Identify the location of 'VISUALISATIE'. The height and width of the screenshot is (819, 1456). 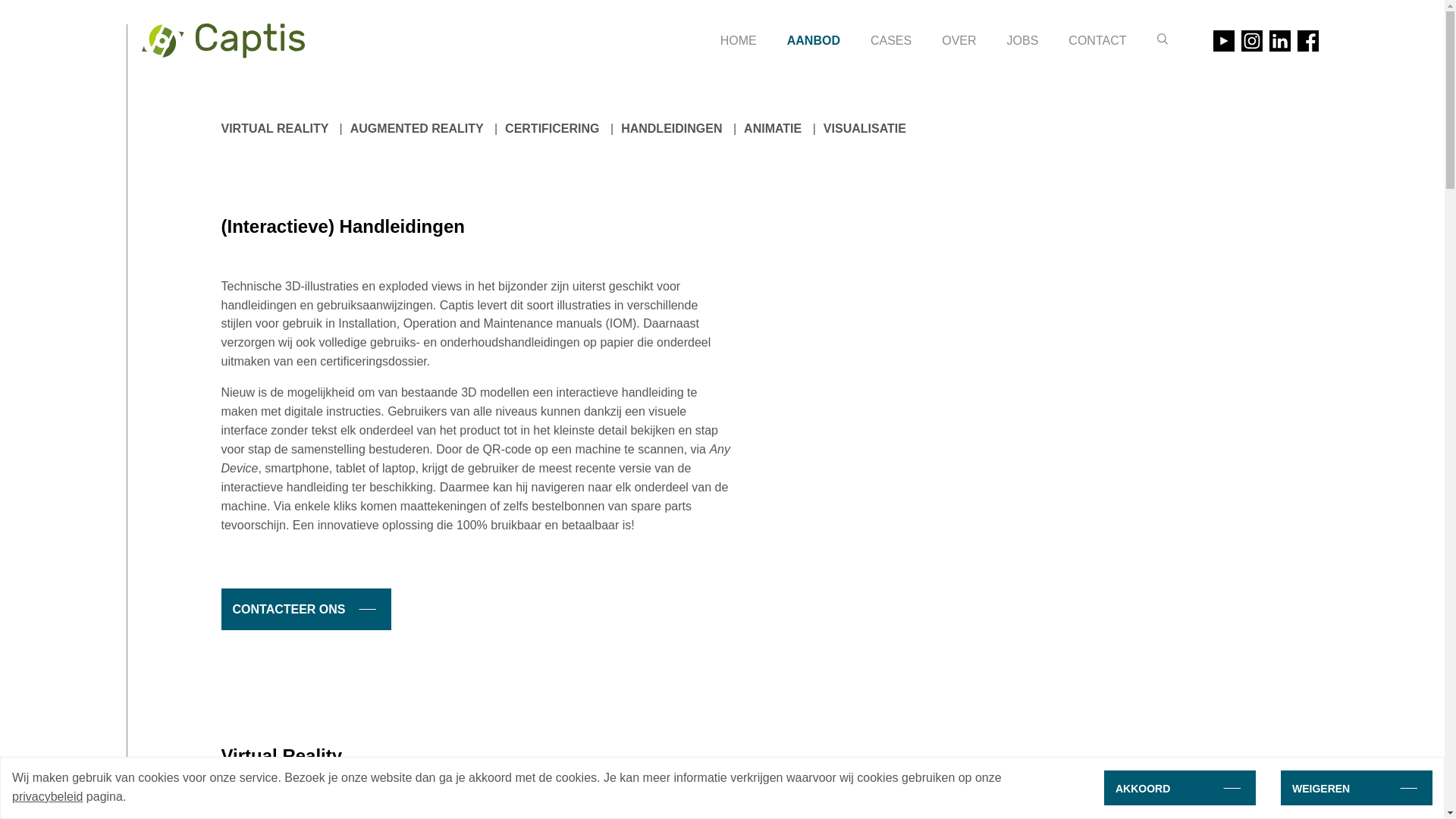
(864, 127).